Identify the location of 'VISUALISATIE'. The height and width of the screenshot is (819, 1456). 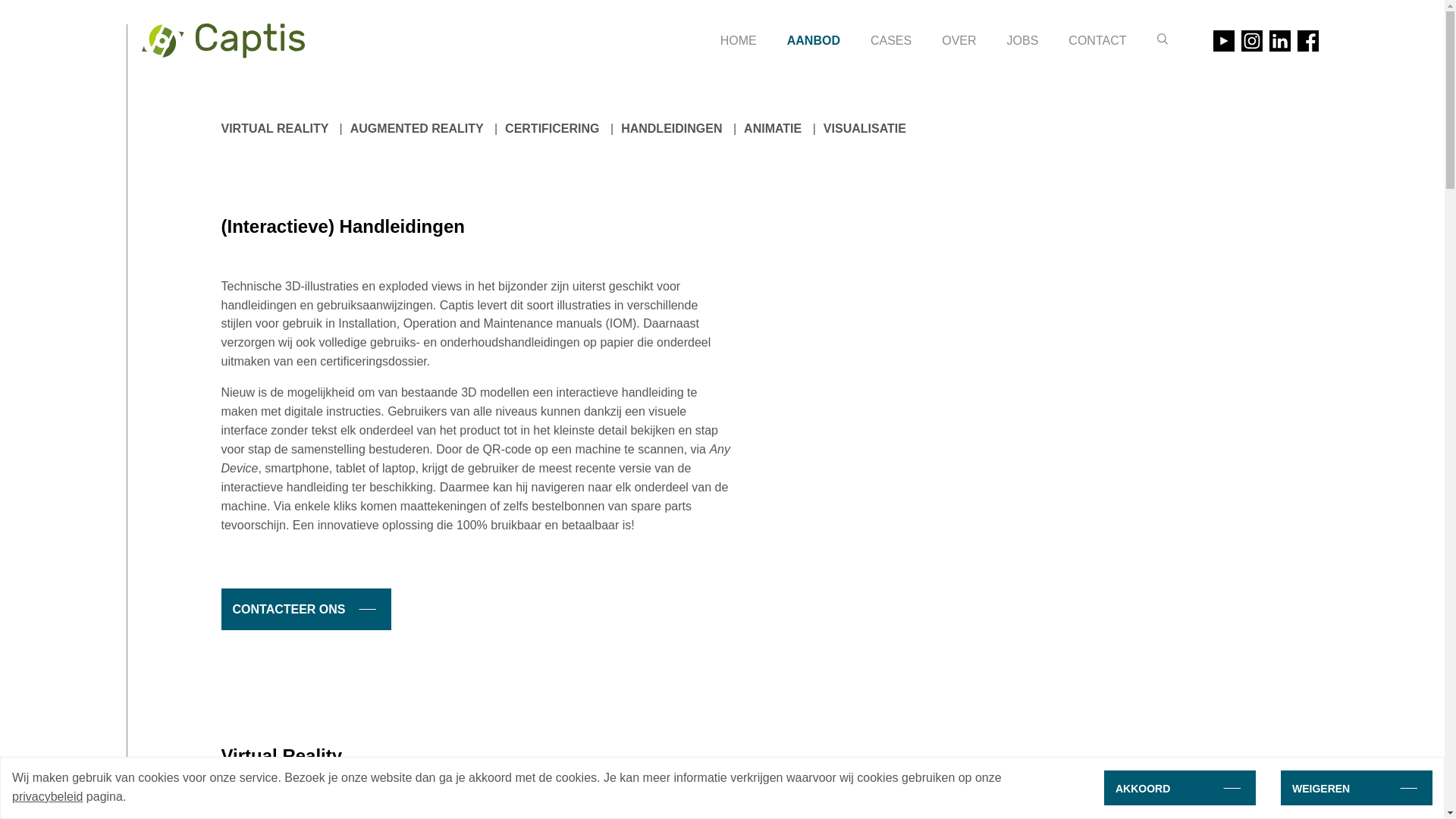
(864, 127).